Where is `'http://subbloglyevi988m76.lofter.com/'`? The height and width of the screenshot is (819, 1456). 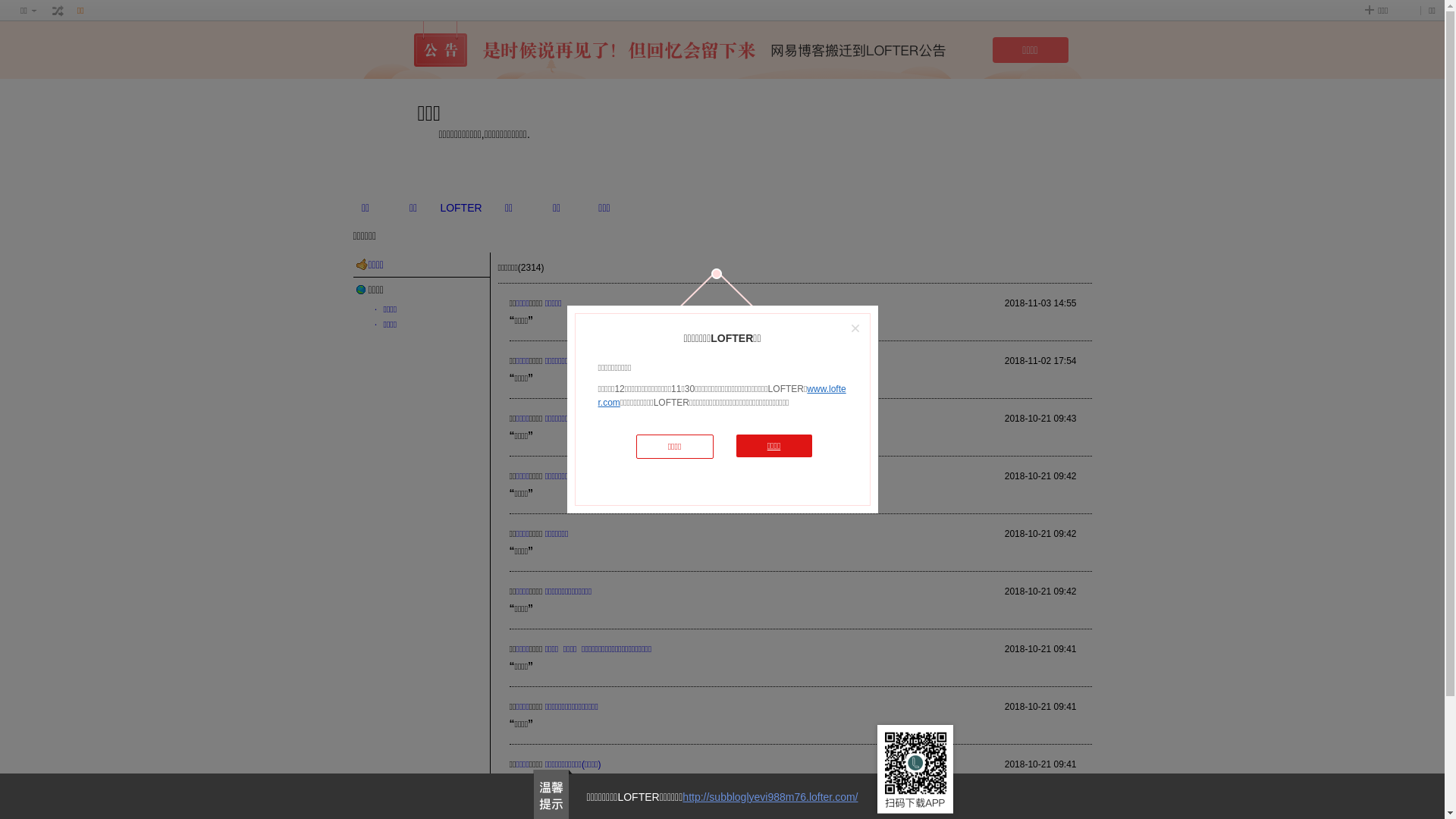
'http://subbloglyevi988m76.lofter.com/' is located at coordinates (770, 795).